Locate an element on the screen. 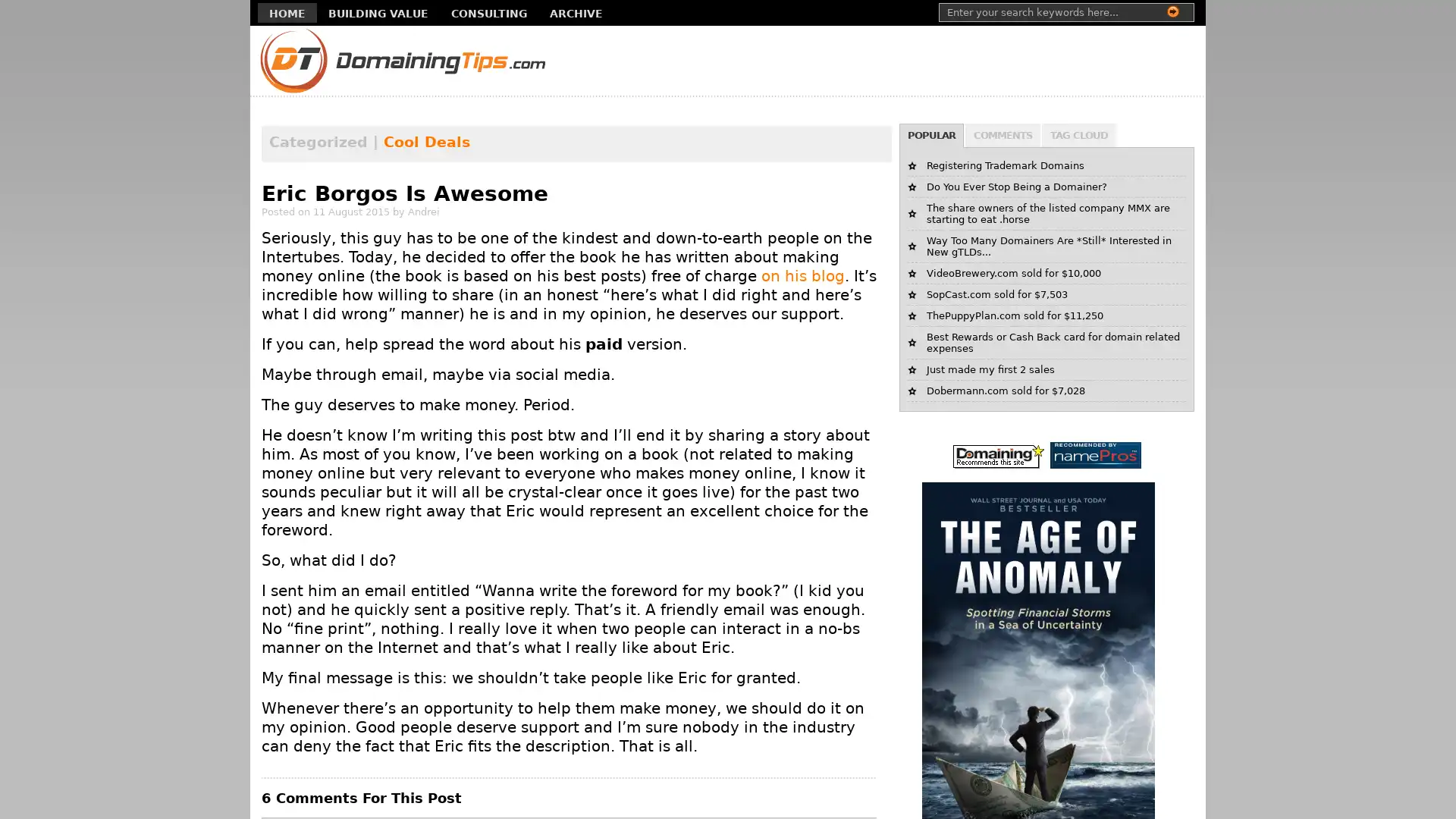 This screenshot has width=1456, height=819. Go is located at coordinates (1172, 11).